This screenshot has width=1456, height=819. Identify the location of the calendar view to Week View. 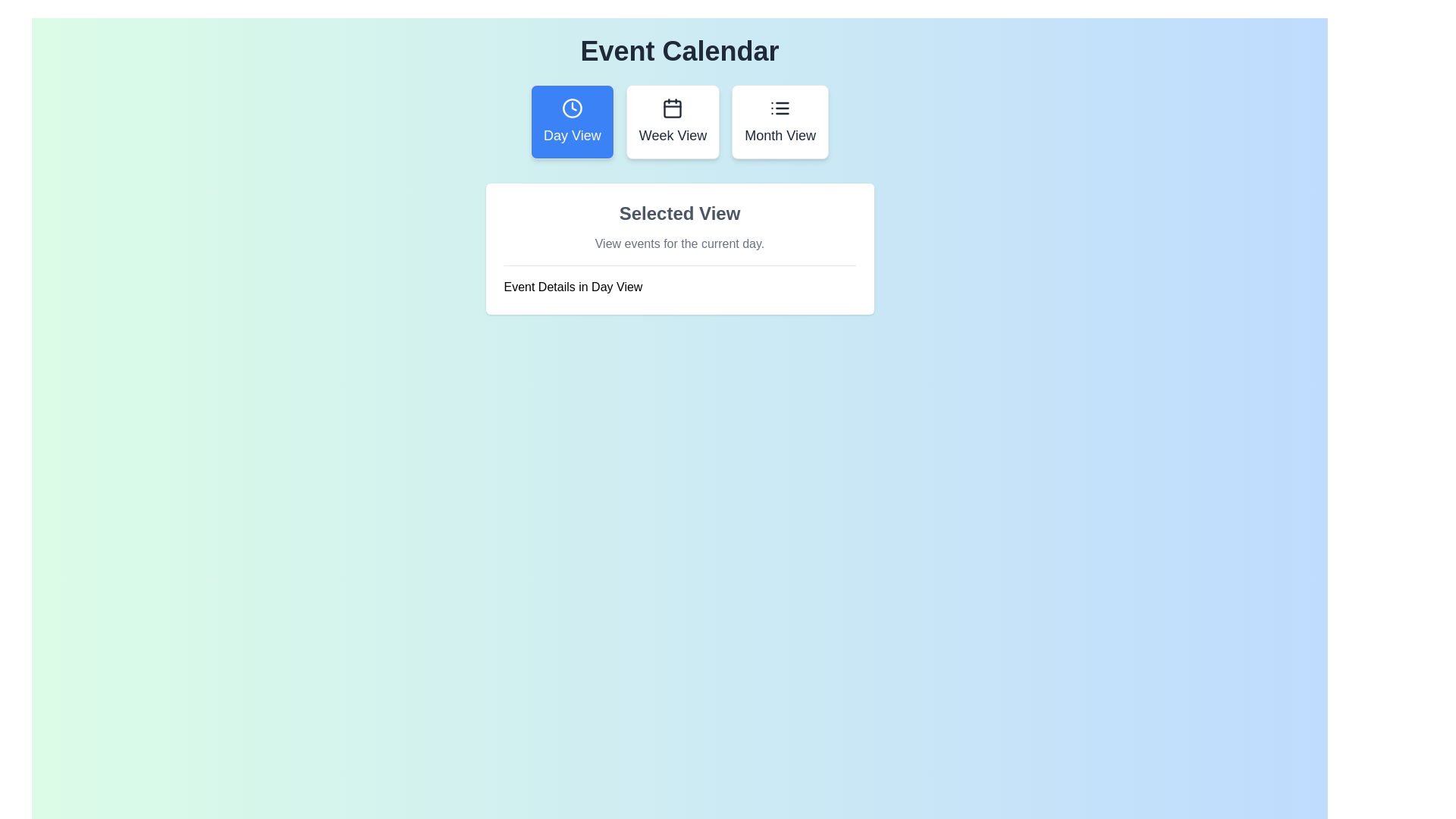
(672, 121).